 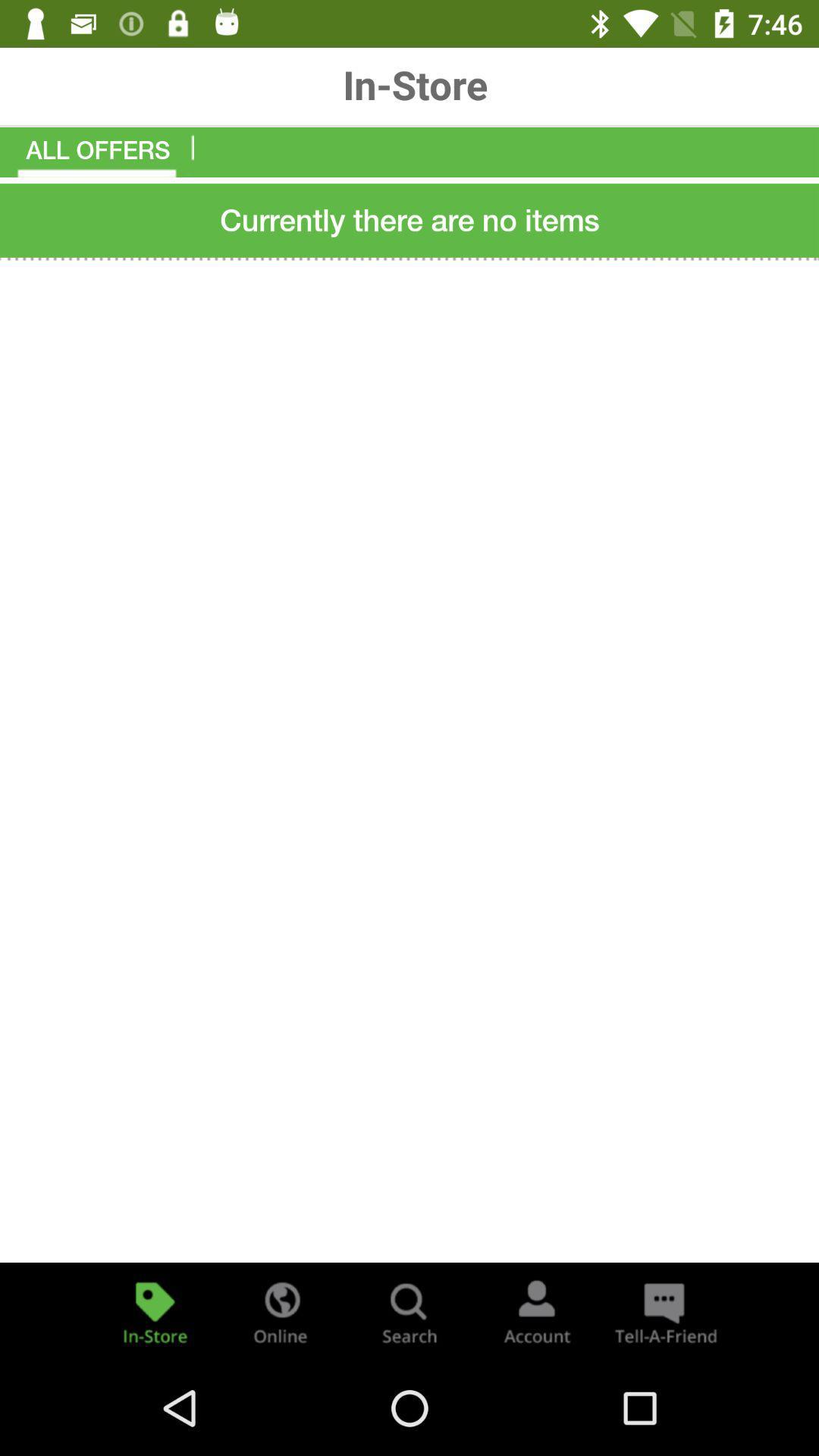 I want to click on the chat icon, so click(x=663, y=1310).